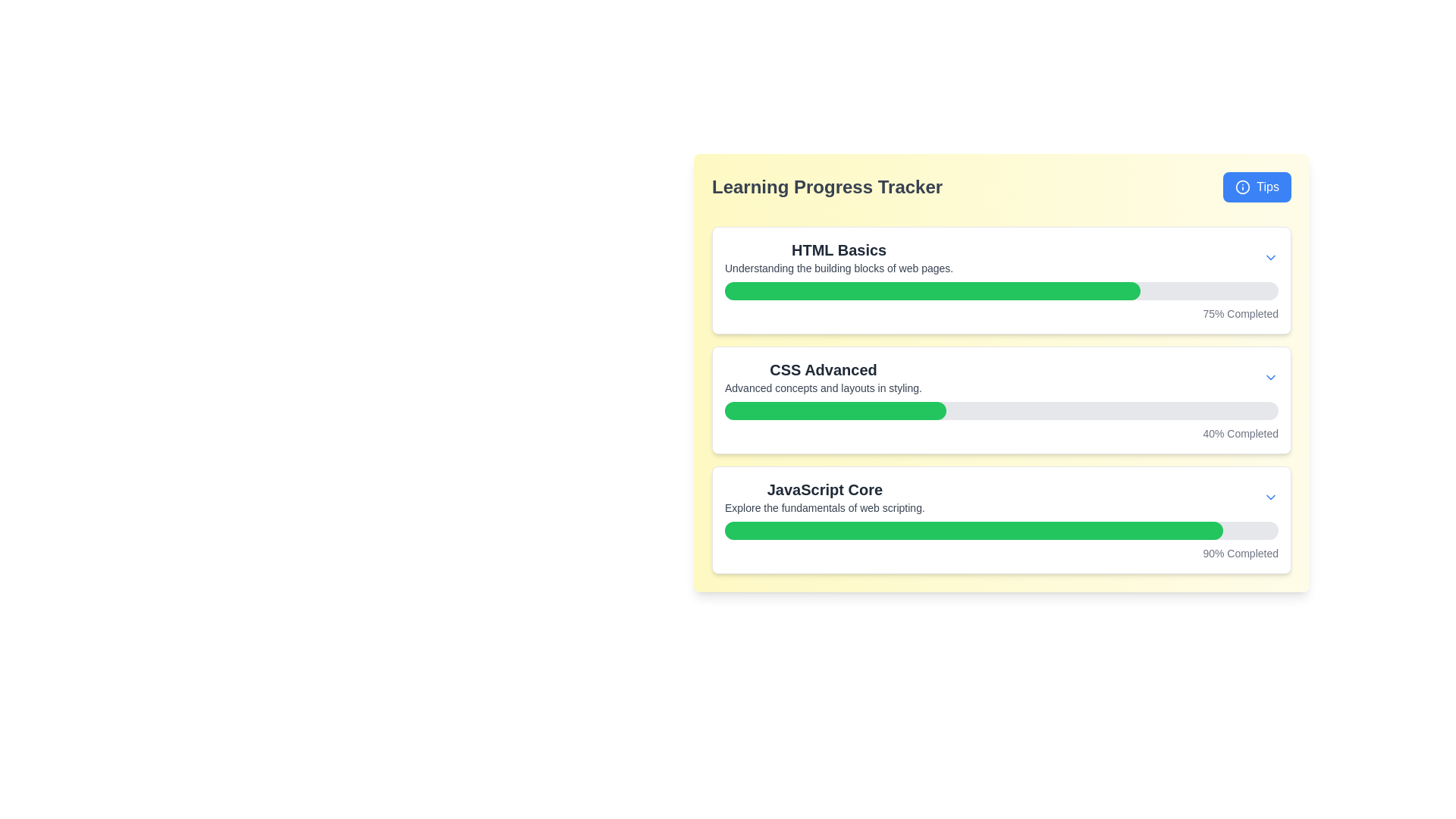 The height and width of the screenshot is (819, 1456). What do you see at coordinates (835, 411) in the screenshot?
I see `the Progress bar that displays the completion status of the 'CSS Advanced' module in the Learning Progress Tracker interface` at bounding box center [835, 411].